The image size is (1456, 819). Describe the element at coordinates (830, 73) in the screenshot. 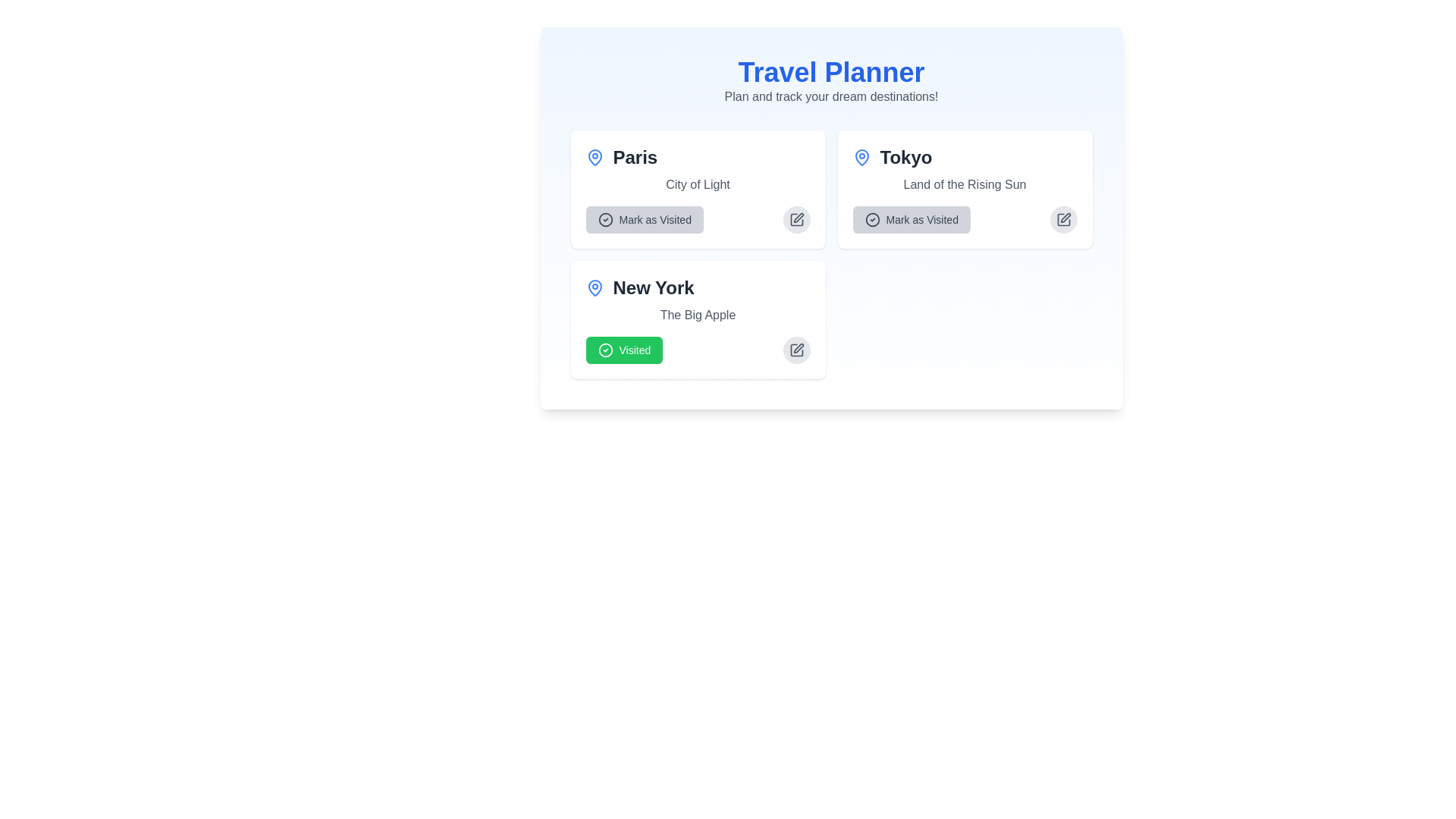

I see `the text label displaying 'Travel Planner' in a large, bold, deep blue font, prominently located at the top of the interface` at that location.